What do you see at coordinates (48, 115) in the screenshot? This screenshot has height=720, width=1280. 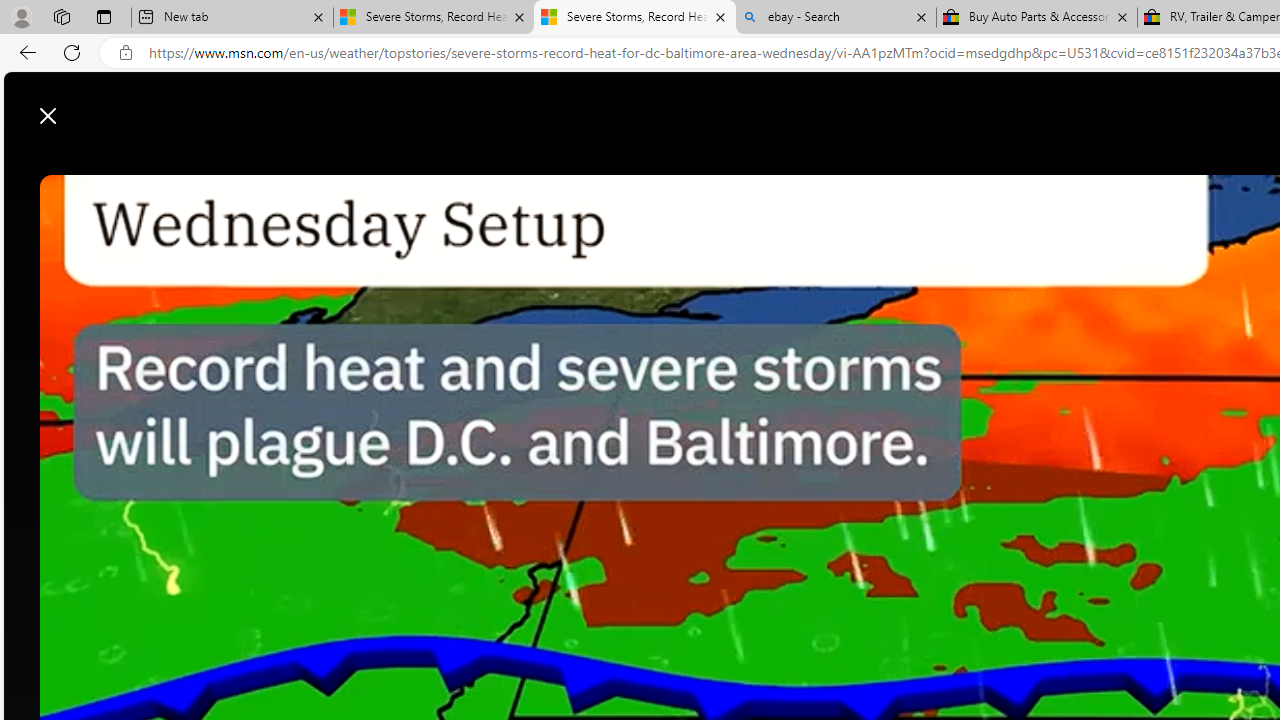 I see `'Class: control icon-only'` at bounding box center [48, 115].